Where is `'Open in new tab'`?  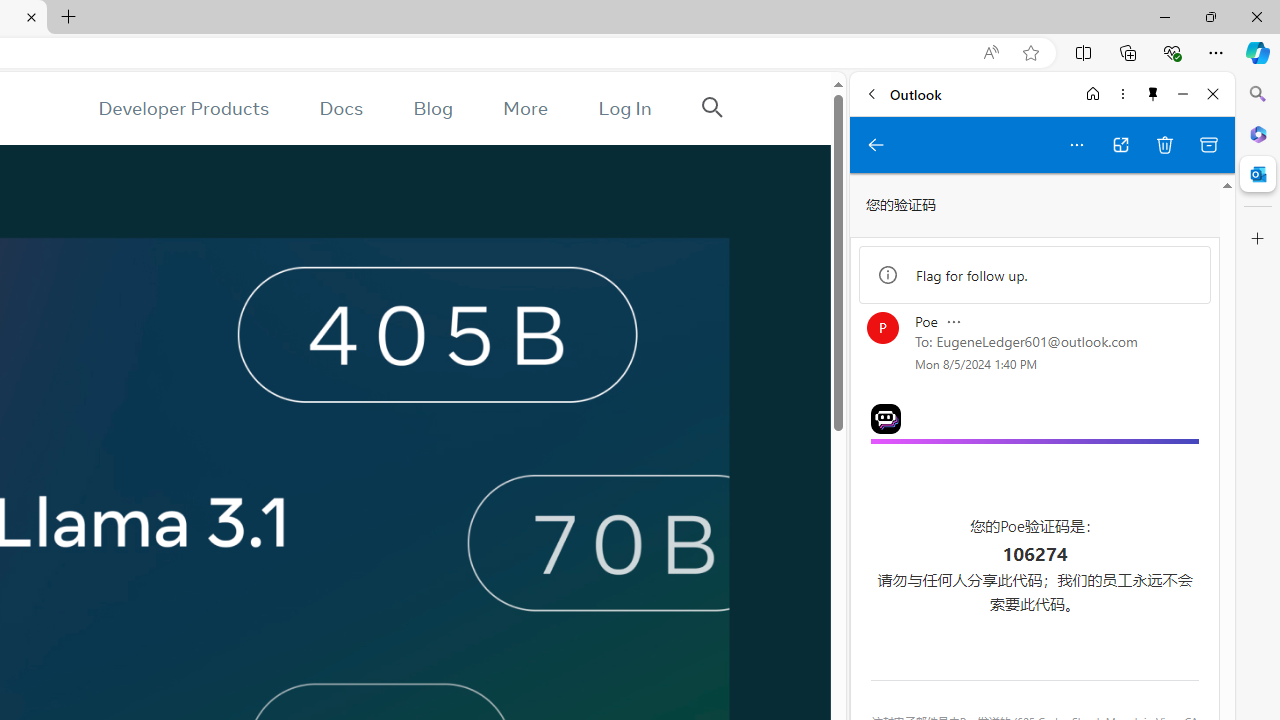
'Open in new tab' is located at coordinates (1120, 144).